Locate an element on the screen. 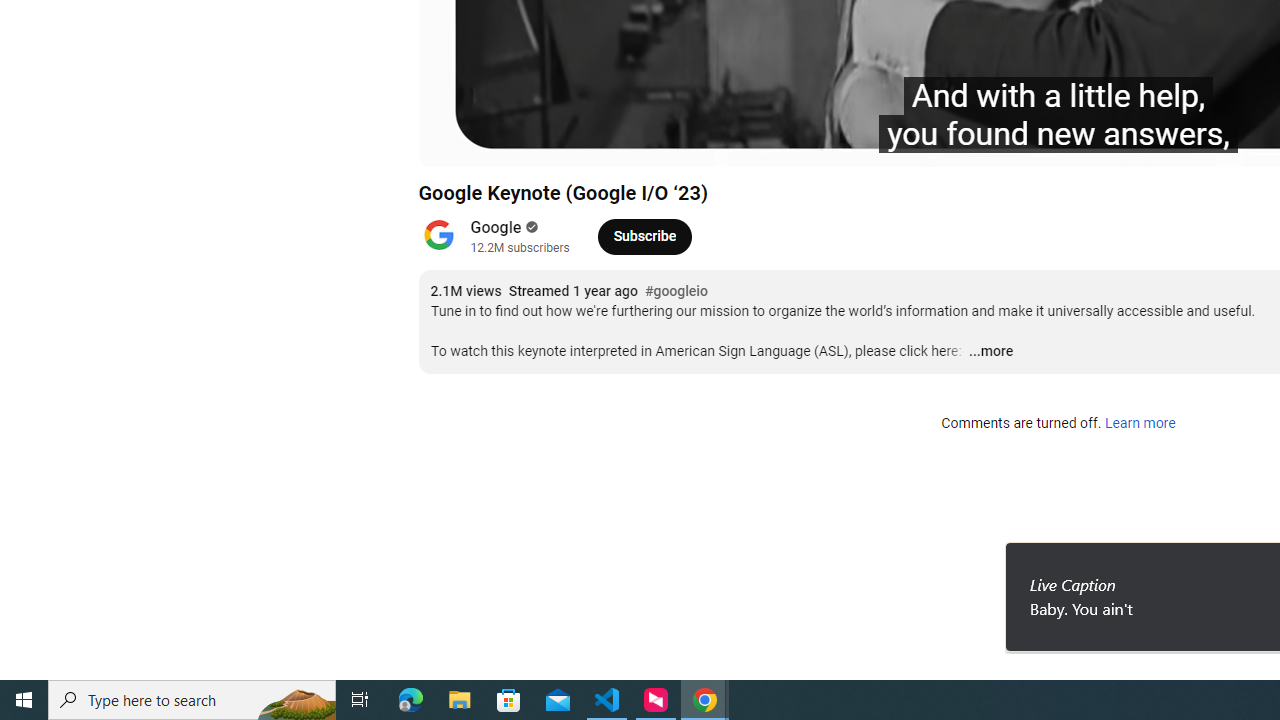 The height and width of the screenshot is (720, 1280). 'Learn more' is located at coordinates (1139, 423).